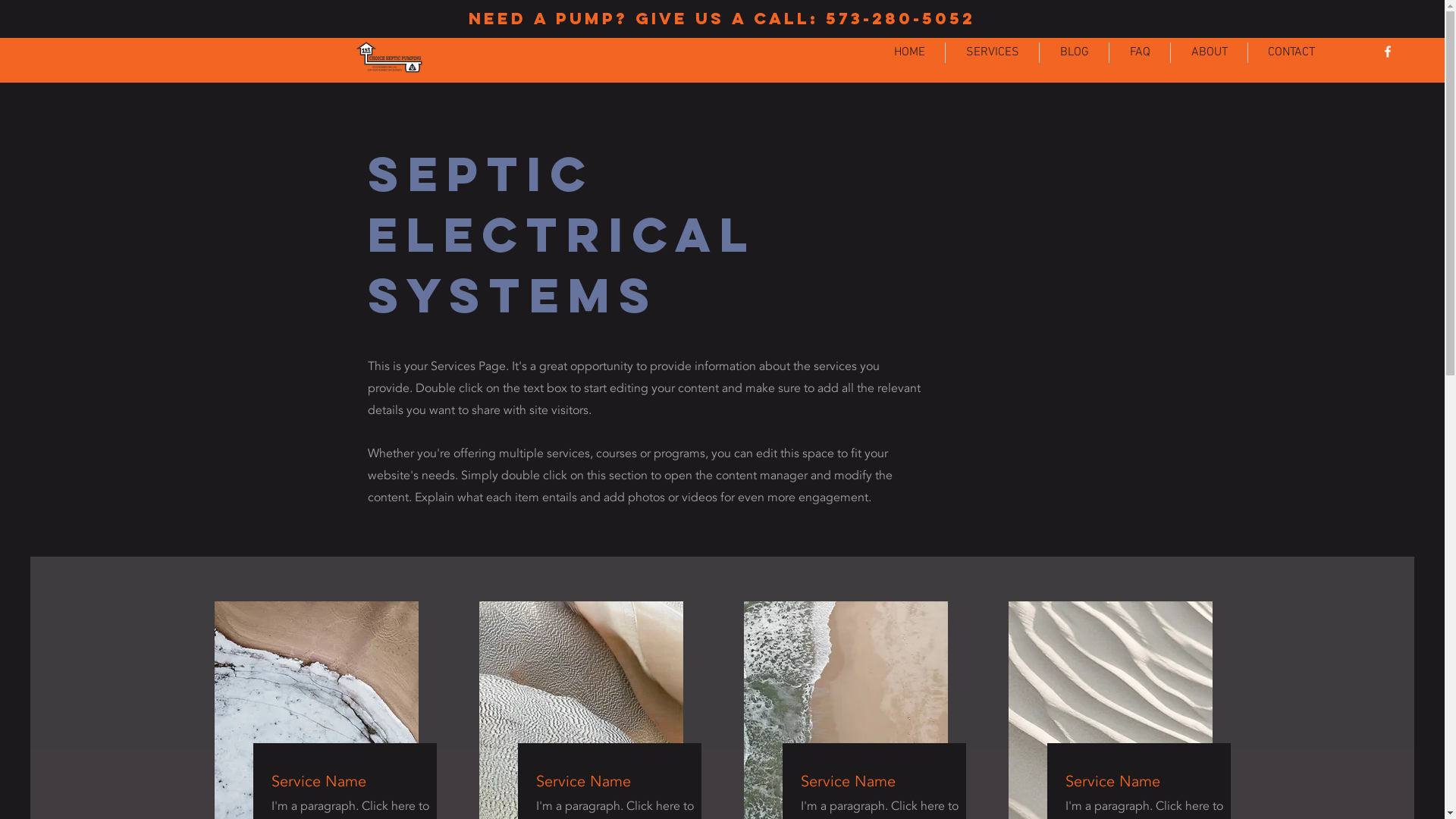 The image size is (1456, 819). I want to click on 'BLOG', so click(1073, 52).